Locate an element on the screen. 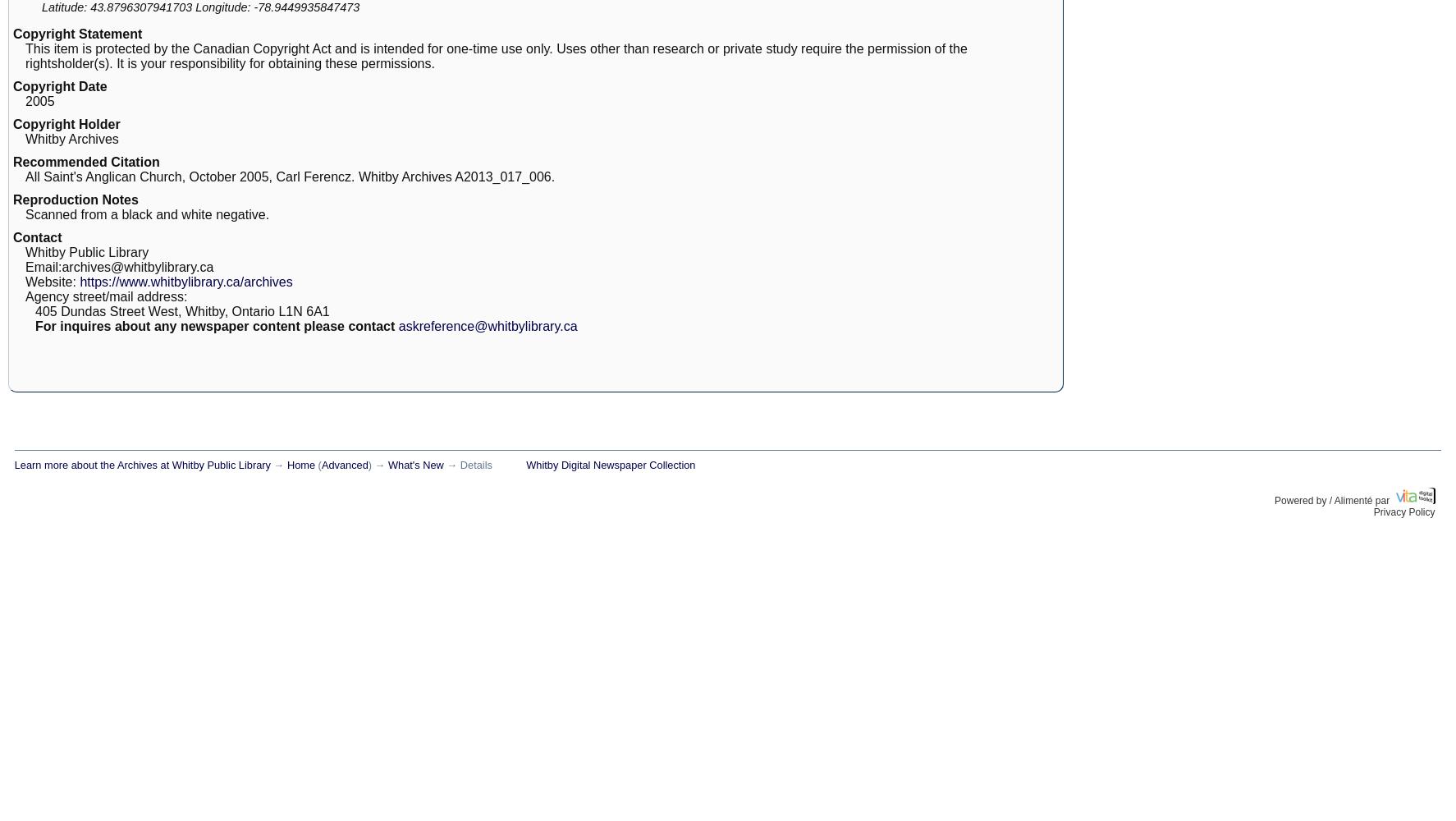  'Whitby Digital Newspaper Collection' is located at coordinates (610, 464).